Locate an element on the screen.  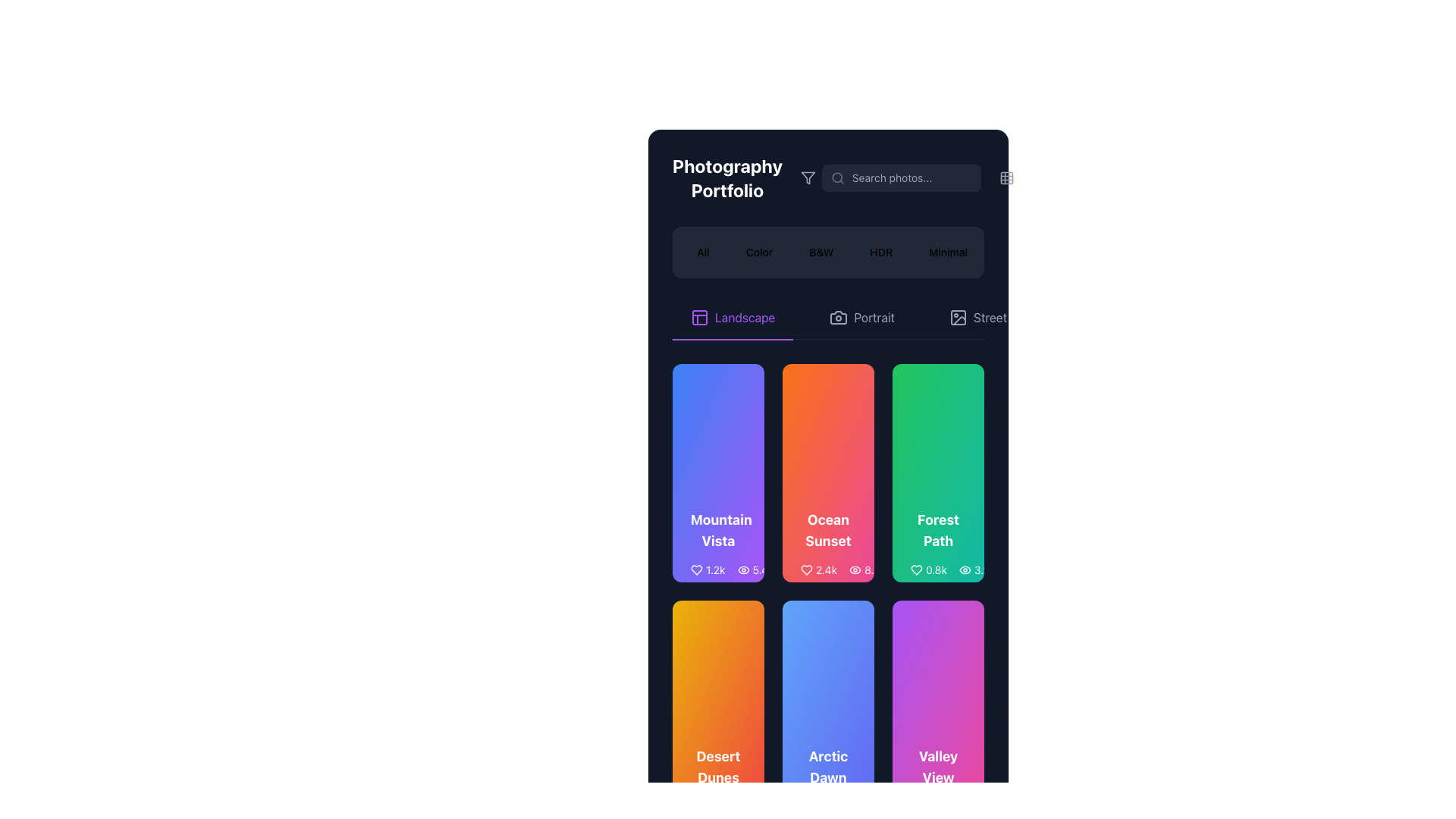
the second card titled 'Ocean Sunset' in the Landscape section is located at coordinates (827, 472).